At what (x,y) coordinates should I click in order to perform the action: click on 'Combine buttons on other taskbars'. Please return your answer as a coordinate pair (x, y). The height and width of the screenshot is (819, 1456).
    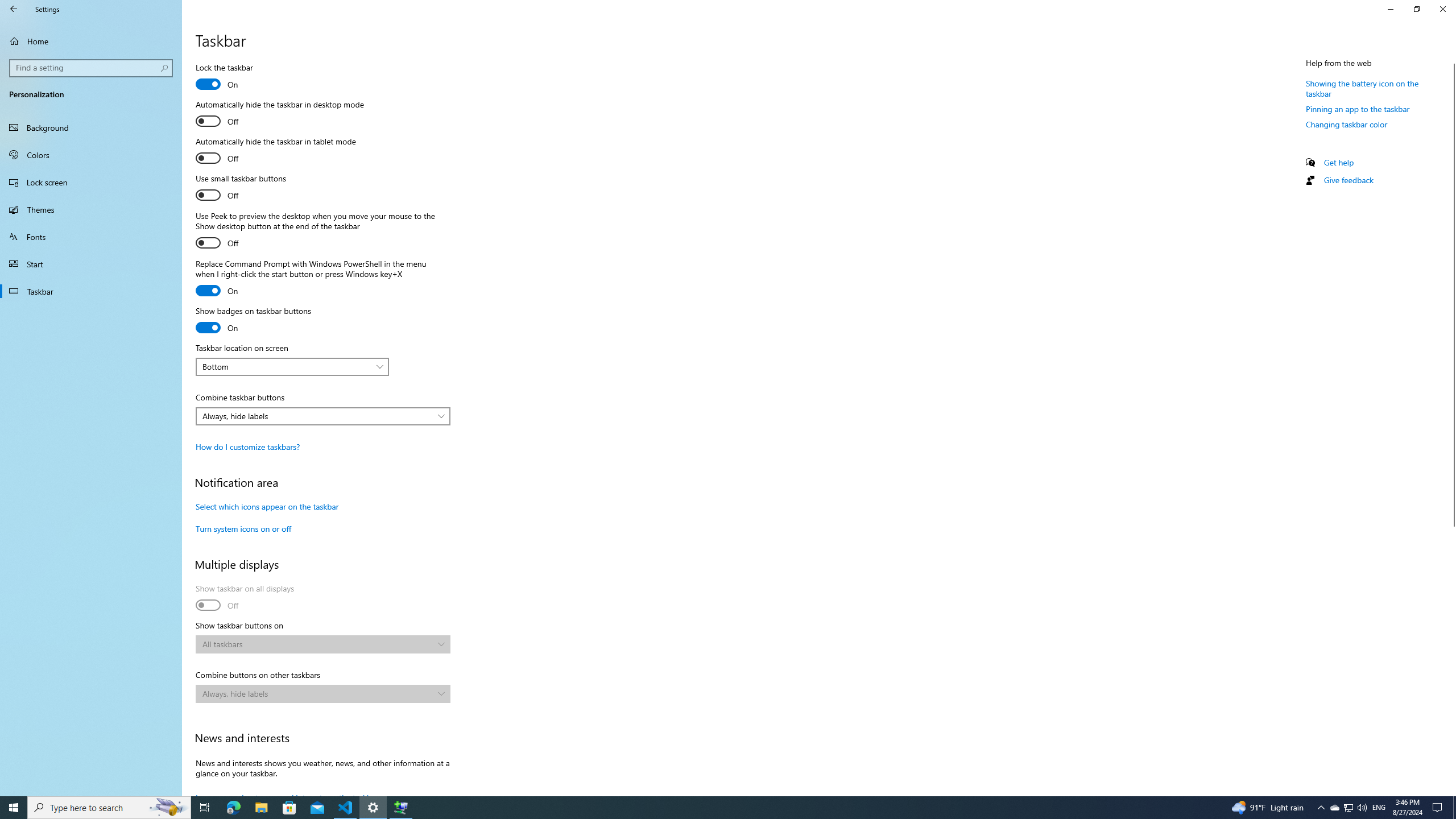
    Looking at the image, I should click on (322, 693).